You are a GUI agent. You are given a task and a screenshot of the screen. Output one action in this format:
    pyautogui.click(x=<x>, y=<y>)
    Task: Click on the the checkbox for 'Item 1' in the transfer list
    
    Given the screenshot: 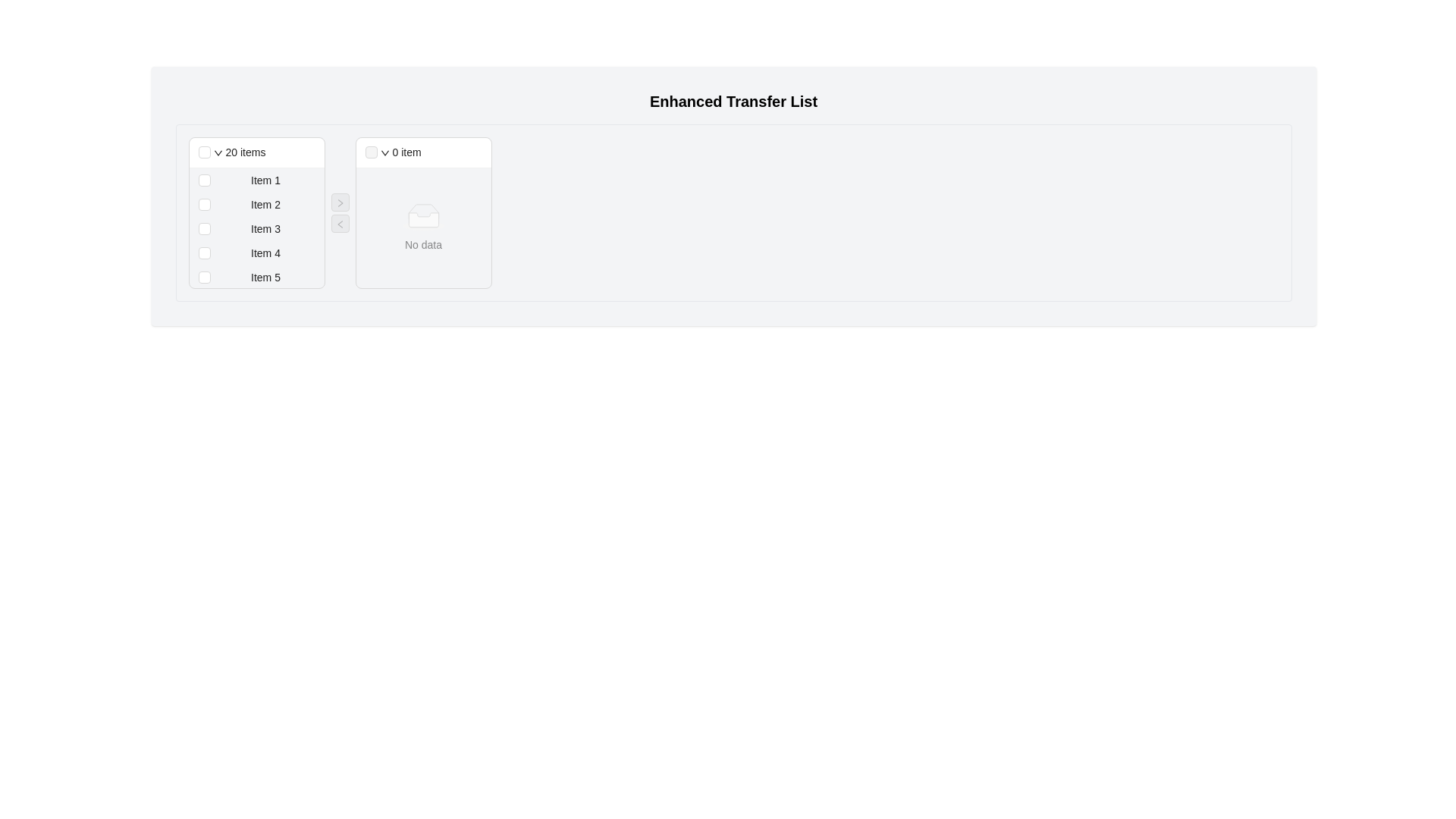 What is the action you would take?
    pyautogui.click(x=203, y=180)
    